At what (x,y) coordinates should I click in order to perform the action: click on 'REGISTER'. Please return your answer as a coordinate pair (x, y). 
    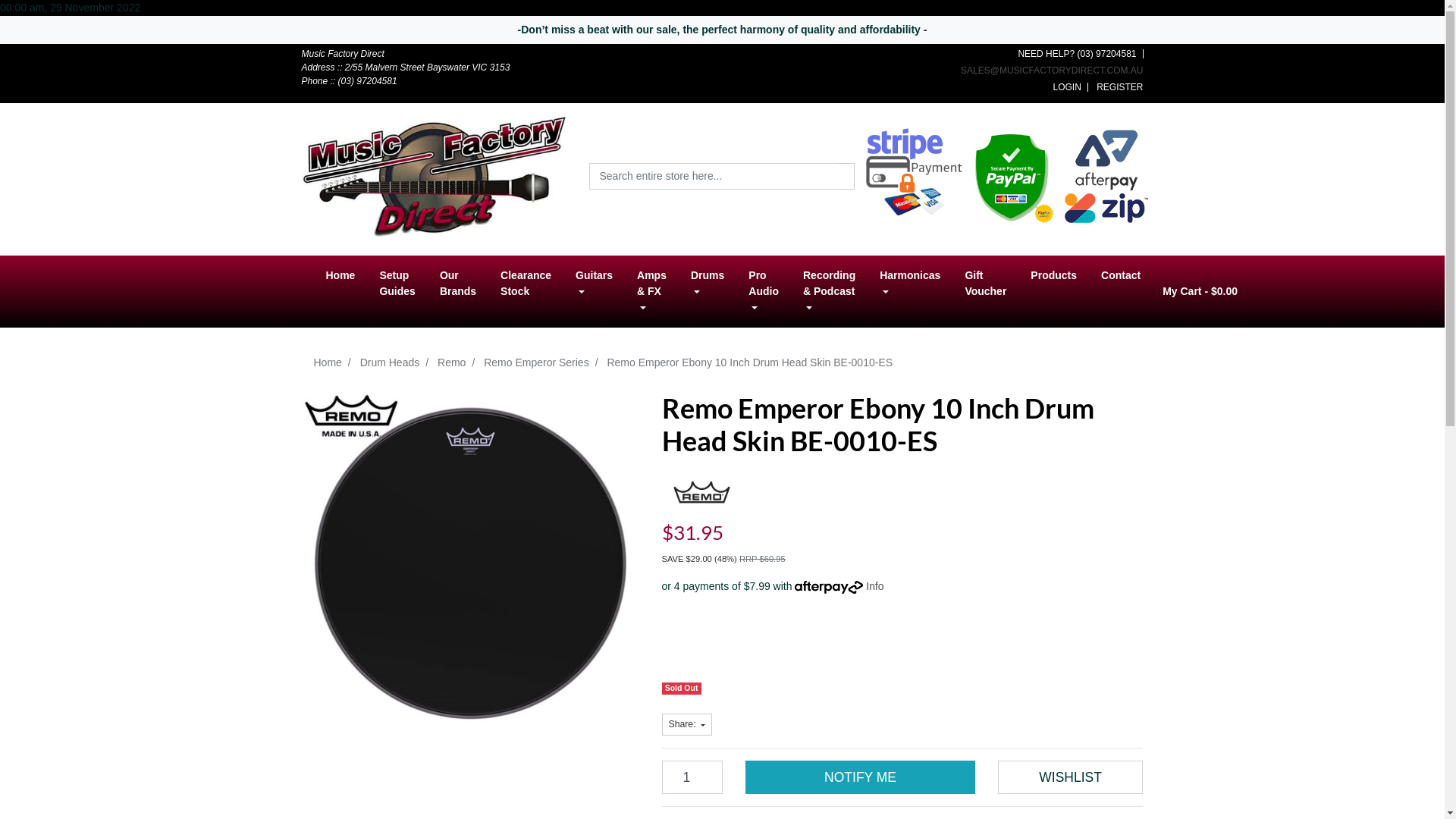
    Looking at the image, I should click on (1119, 87).